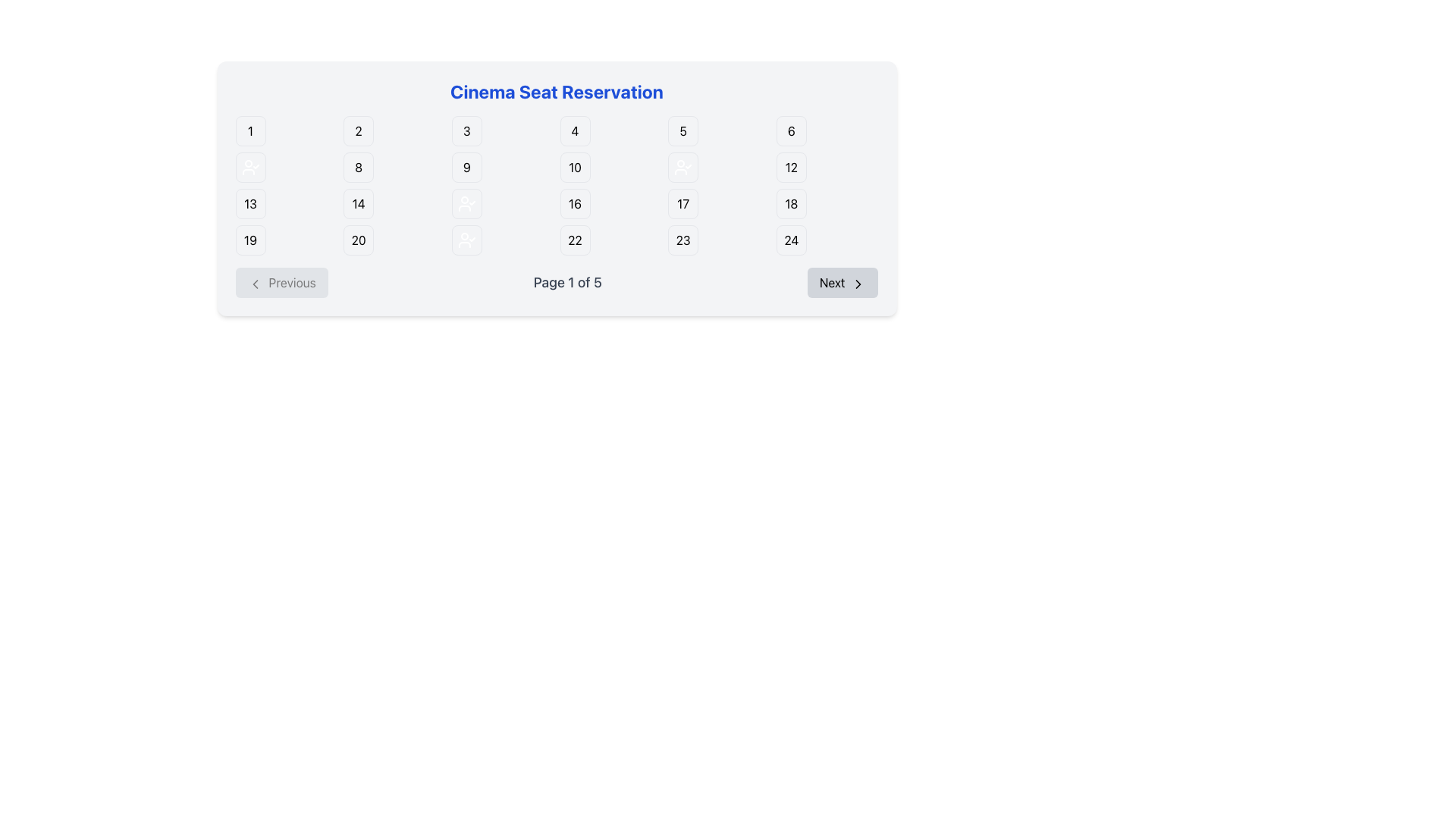 The height and width of the screenshot is (819, 1456). What do you see at coordinates (842, 283) in the screenshot?
I see `the 'Next' button located at the bottom-right of the navigation controls` at bounding box center [842, 283].